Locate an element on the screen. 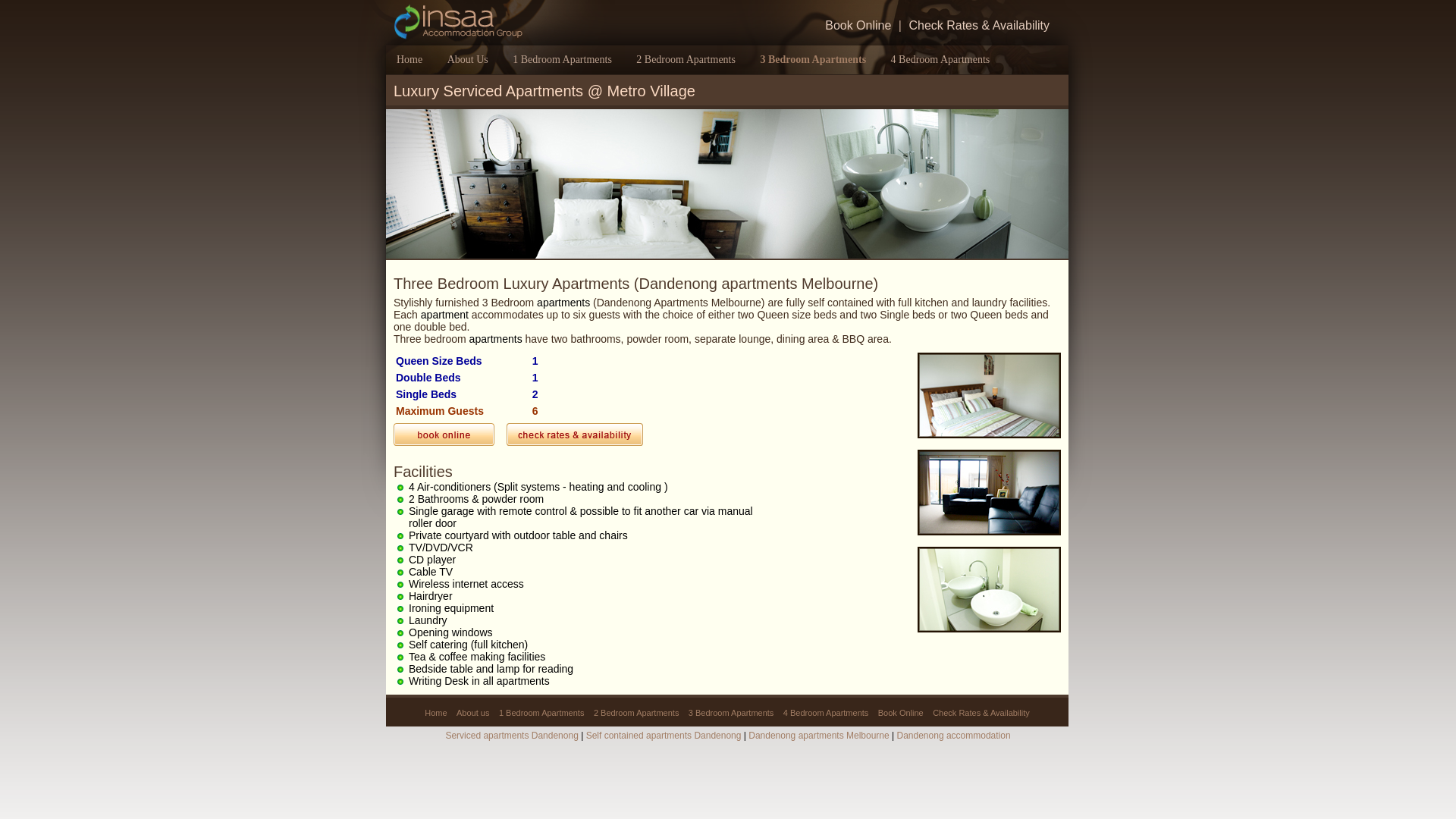 The image size is (1456, 819). 'Book Online' is located at coordinates (821, 26).